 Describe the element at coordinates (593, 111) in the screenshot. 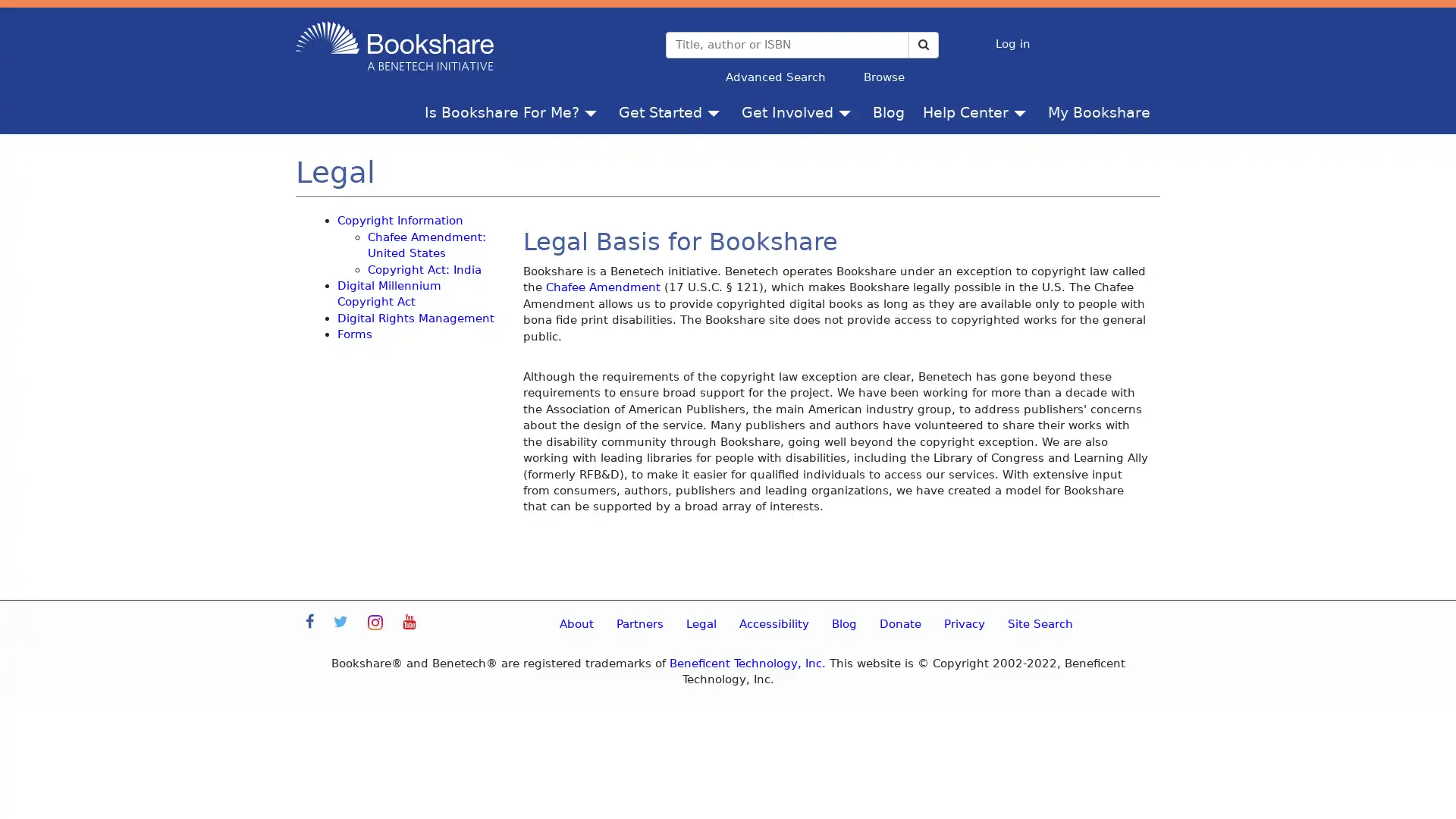

I see `Is Bookshare For Me? menu` at that location.